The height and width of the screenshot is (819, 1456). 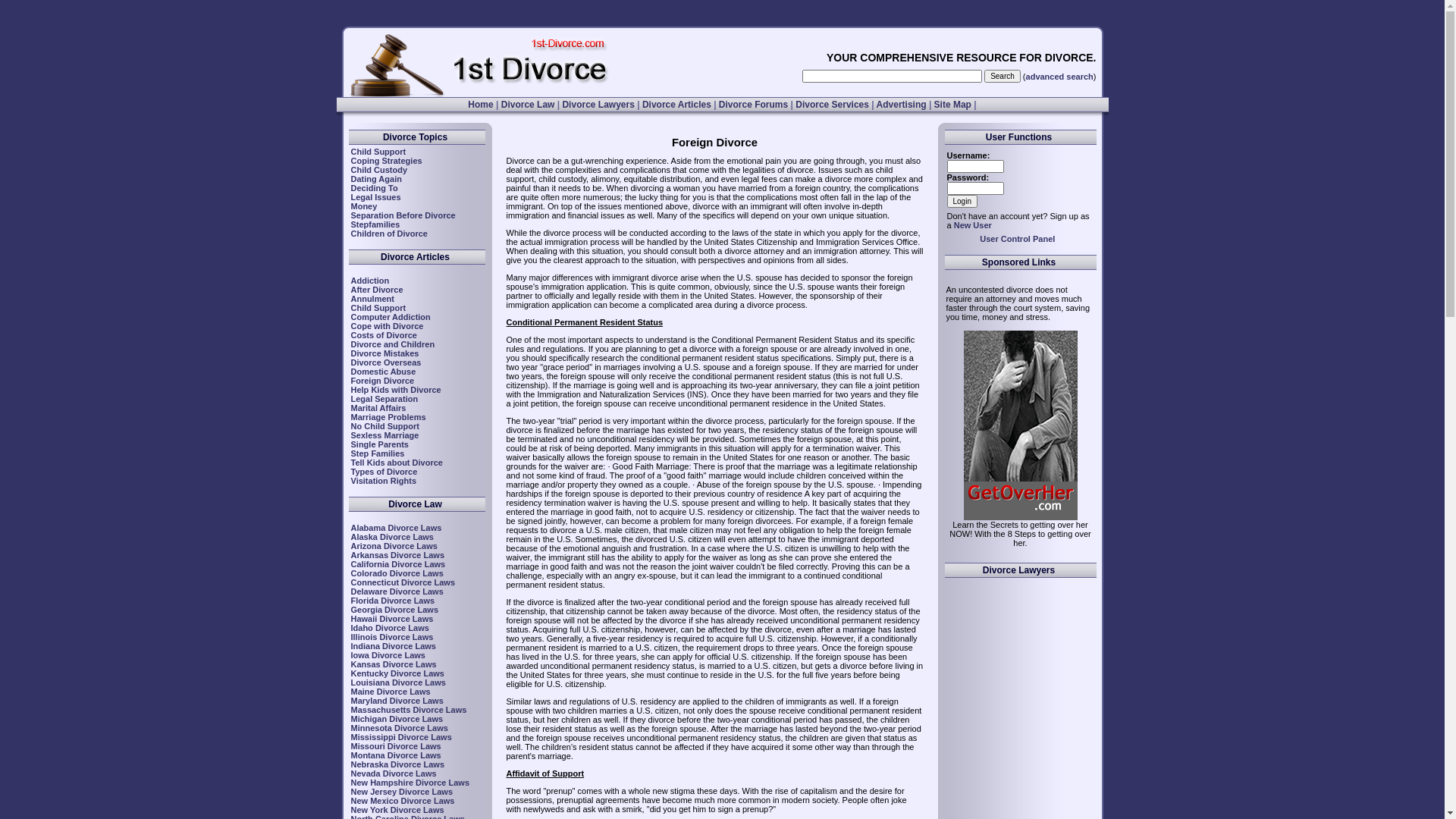 I want to click on 'Marriage Problems', so click(x=388, y=417).